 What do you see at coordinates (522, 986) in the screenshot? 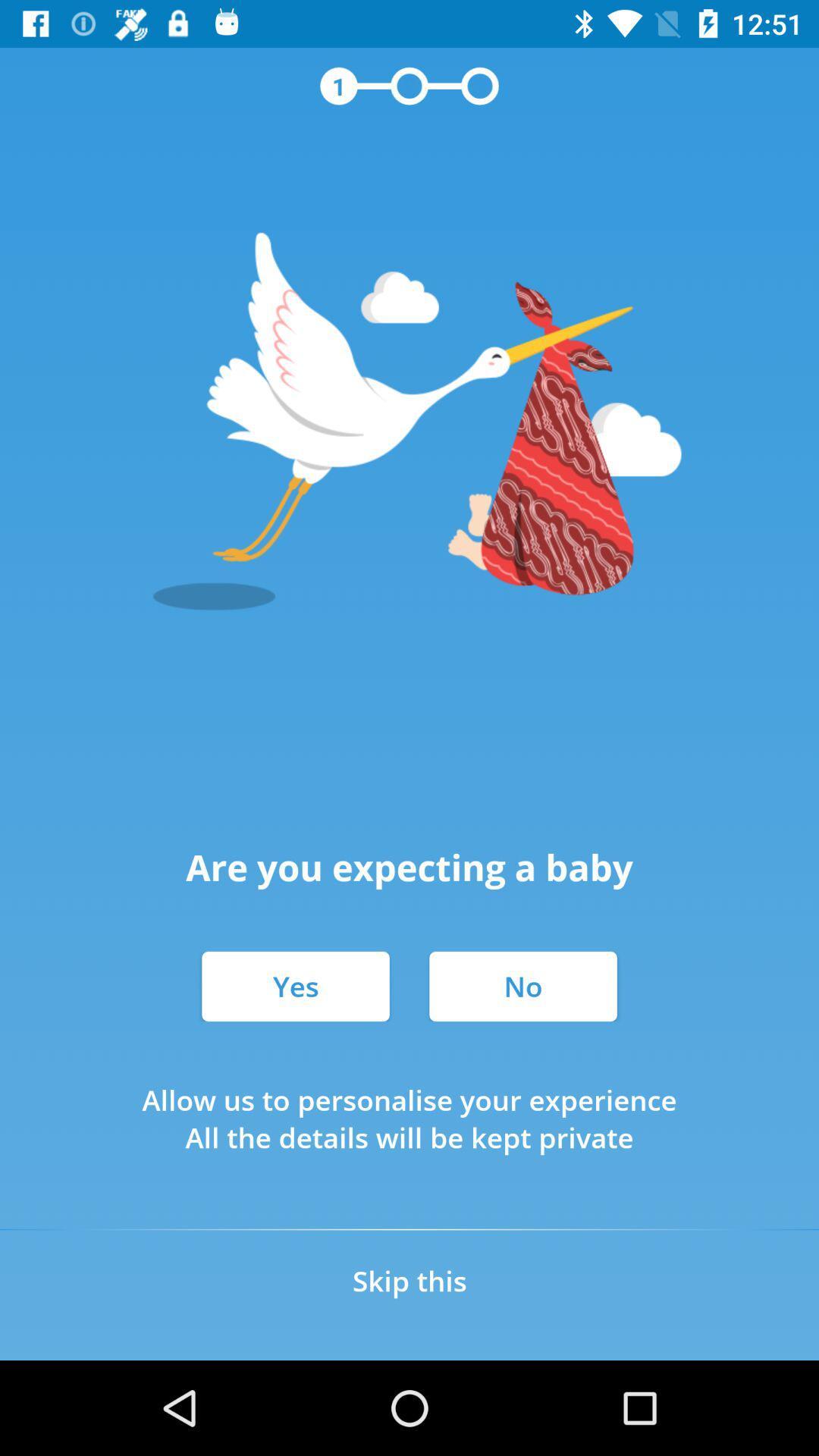
I see `the item to the right of yes item` at bounding box center [522, 986].